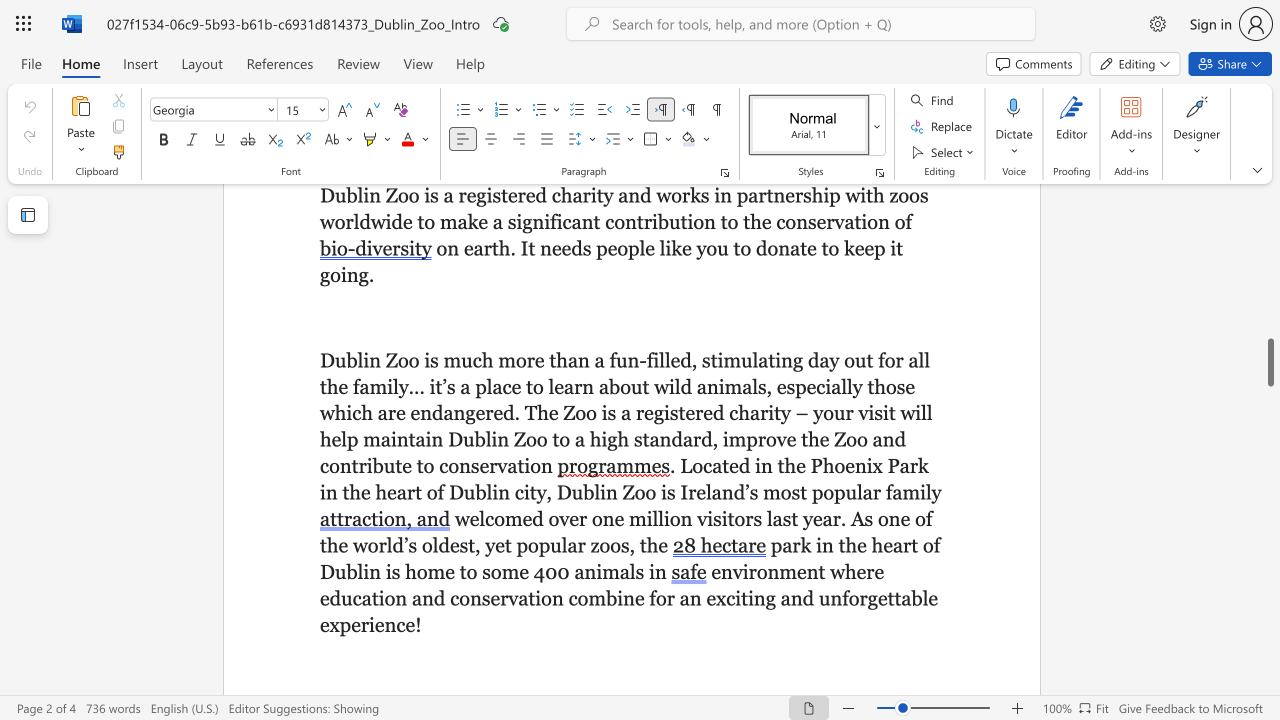  I want to click on the 6th character "e" in the text, so click(701, 492).